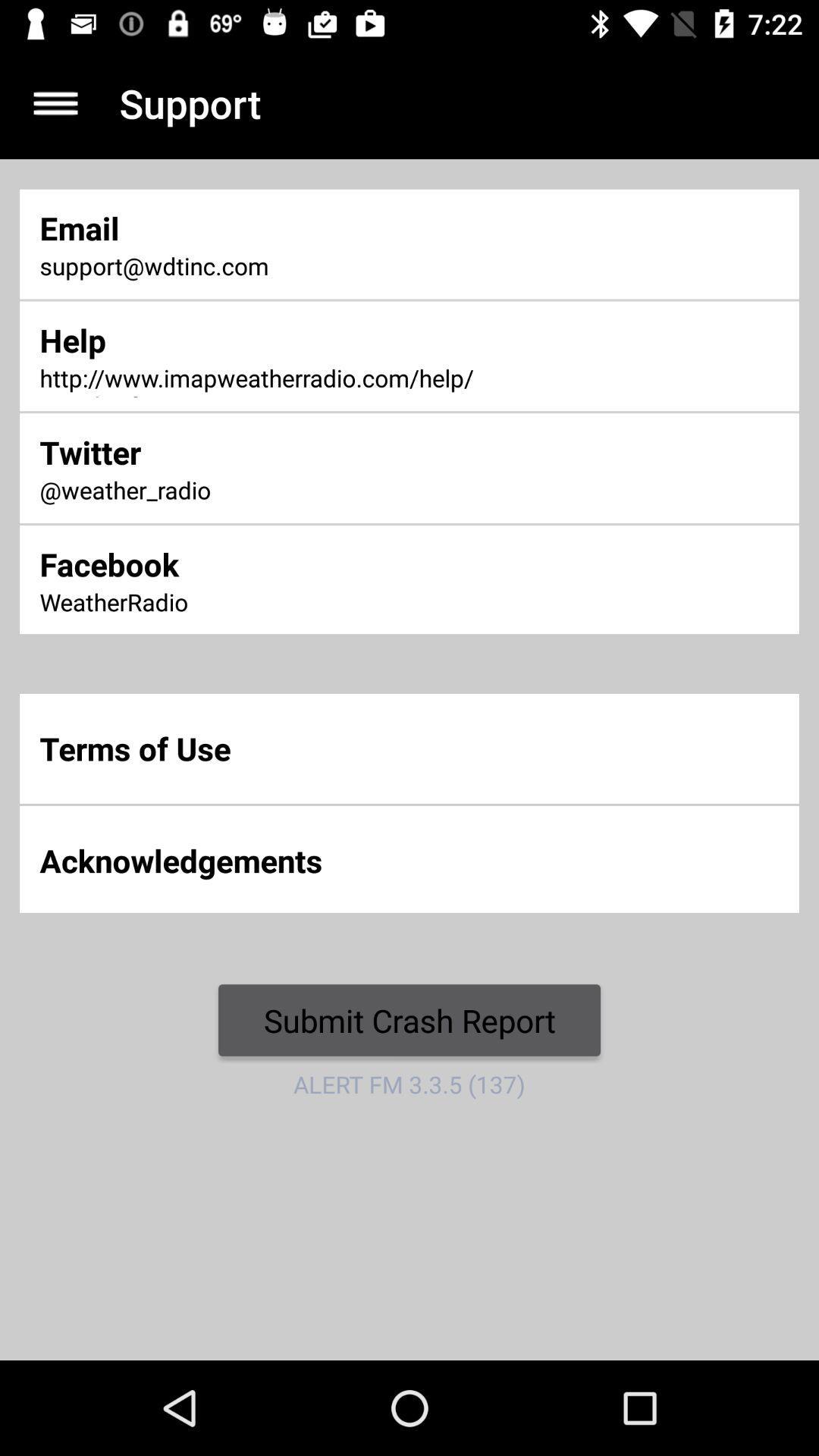 The height and width of the screenshot is (1456, 819). What do you see at coordinates (270, 491) in the screenshot?
I see `icon above facebook icon` at bounding box center [270, 491].